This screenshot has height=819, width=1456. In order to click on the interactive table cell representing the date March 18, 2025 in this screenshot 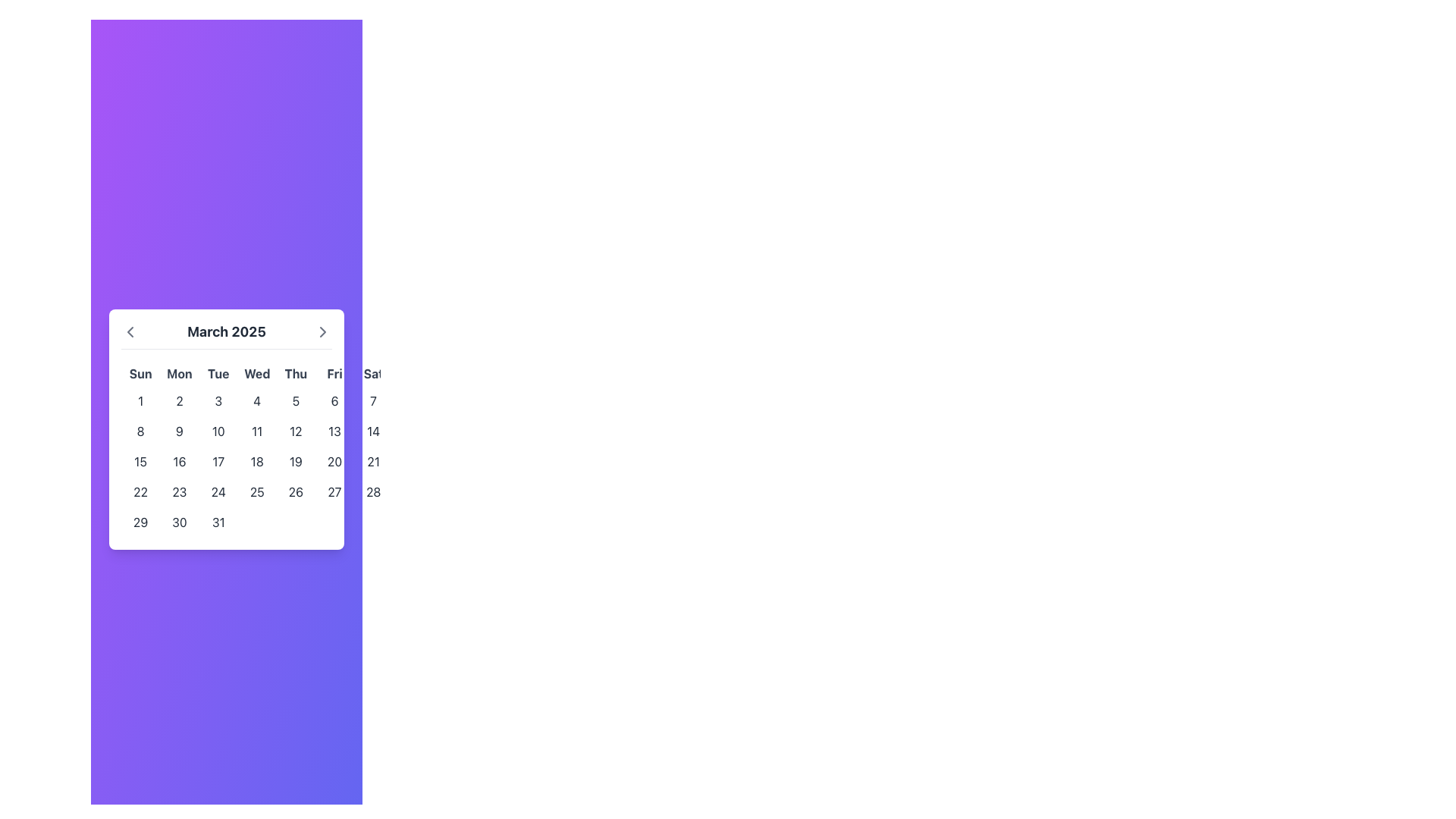, I will do `click(257, 460)`.